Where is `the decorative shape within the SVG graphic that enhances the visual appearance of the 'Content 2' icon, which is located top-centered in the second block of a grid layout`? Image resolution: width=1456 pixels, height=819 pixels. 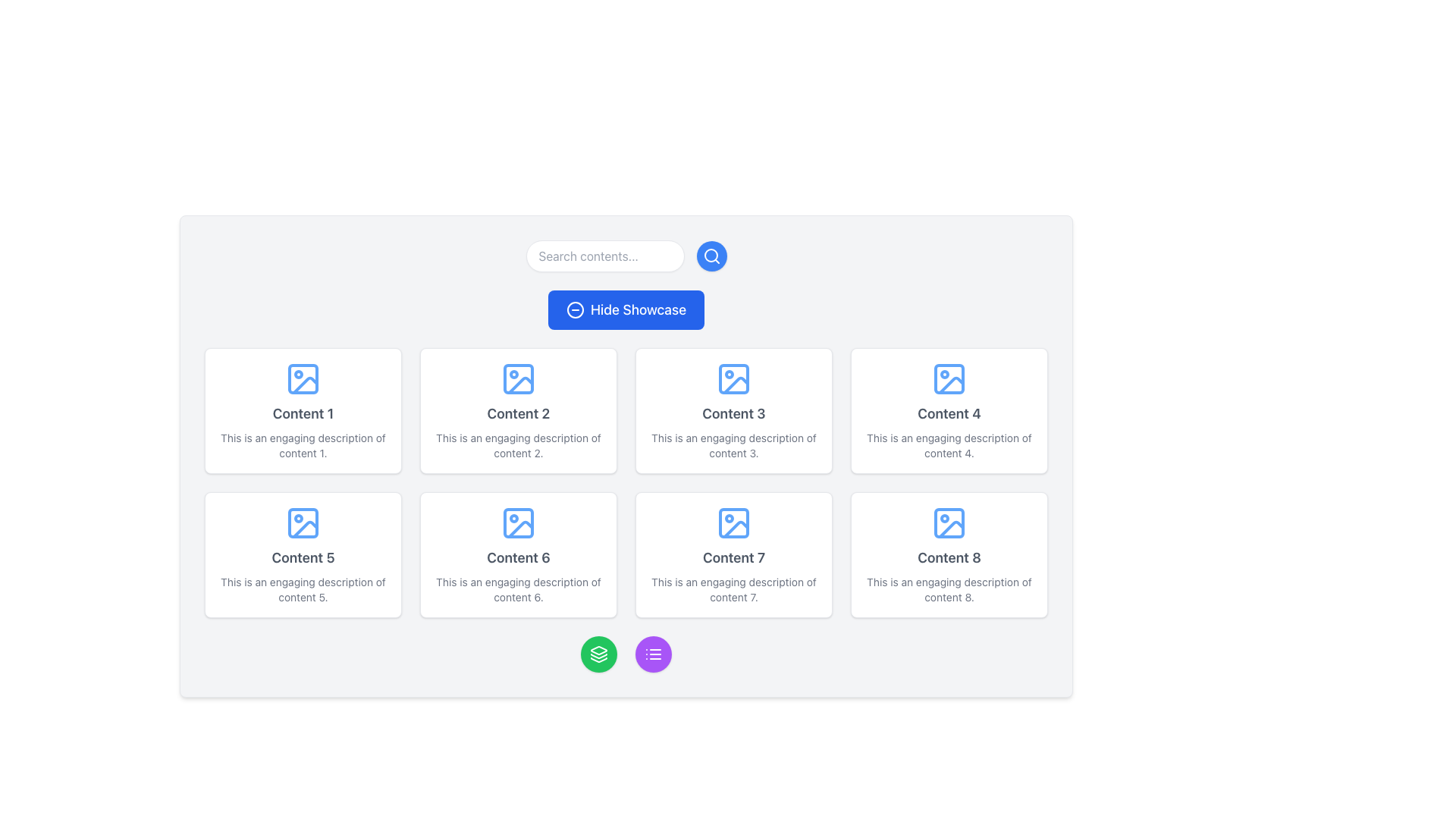 the decorative shape within the SVG graphic that enhances the visual appearance of the 'Content 2' icon, which is located top-centered in the second block of a grid layout is located at coordinates (519, 378).